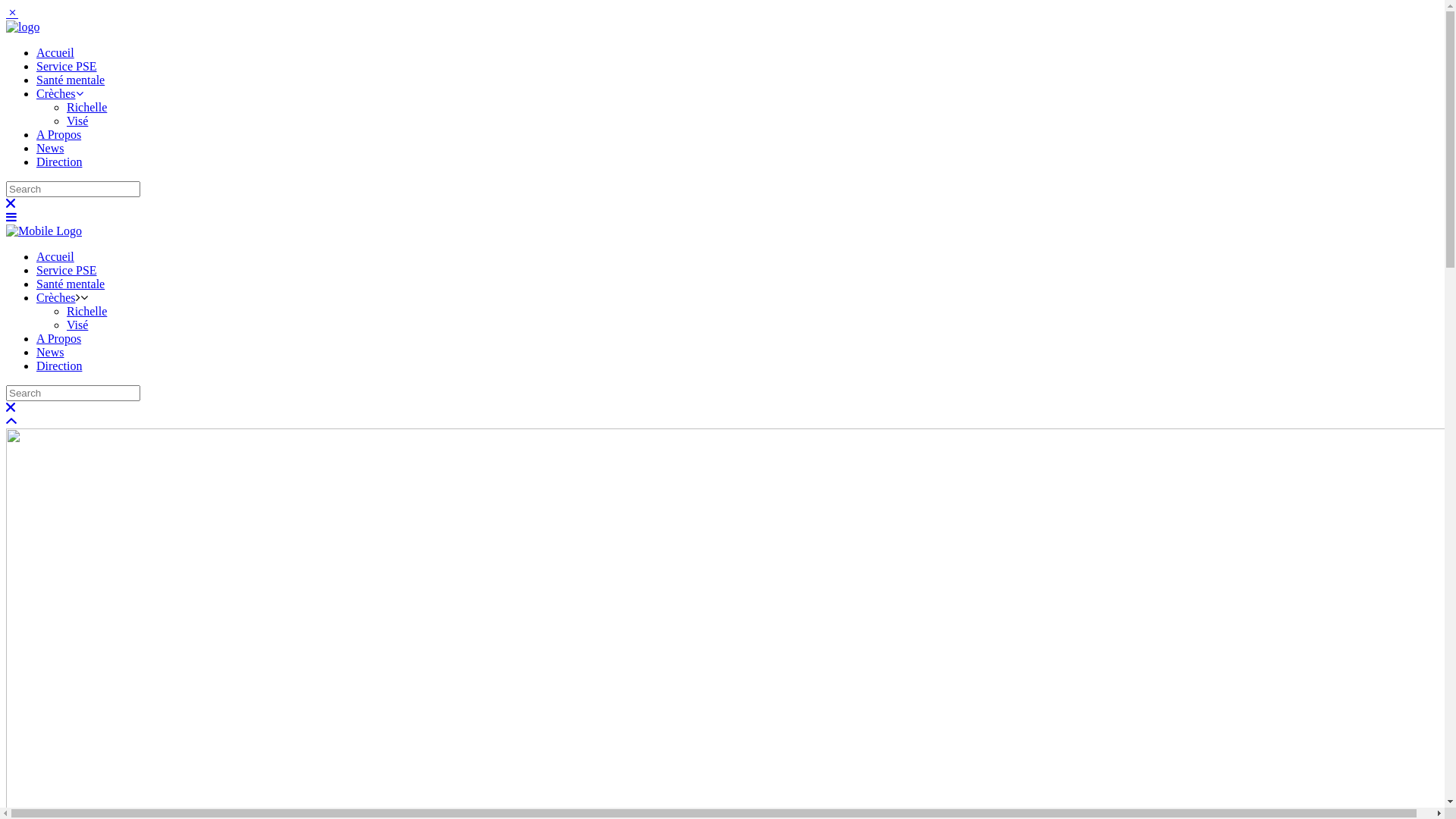  I want to click on 'Accueil', so click(55, 256).